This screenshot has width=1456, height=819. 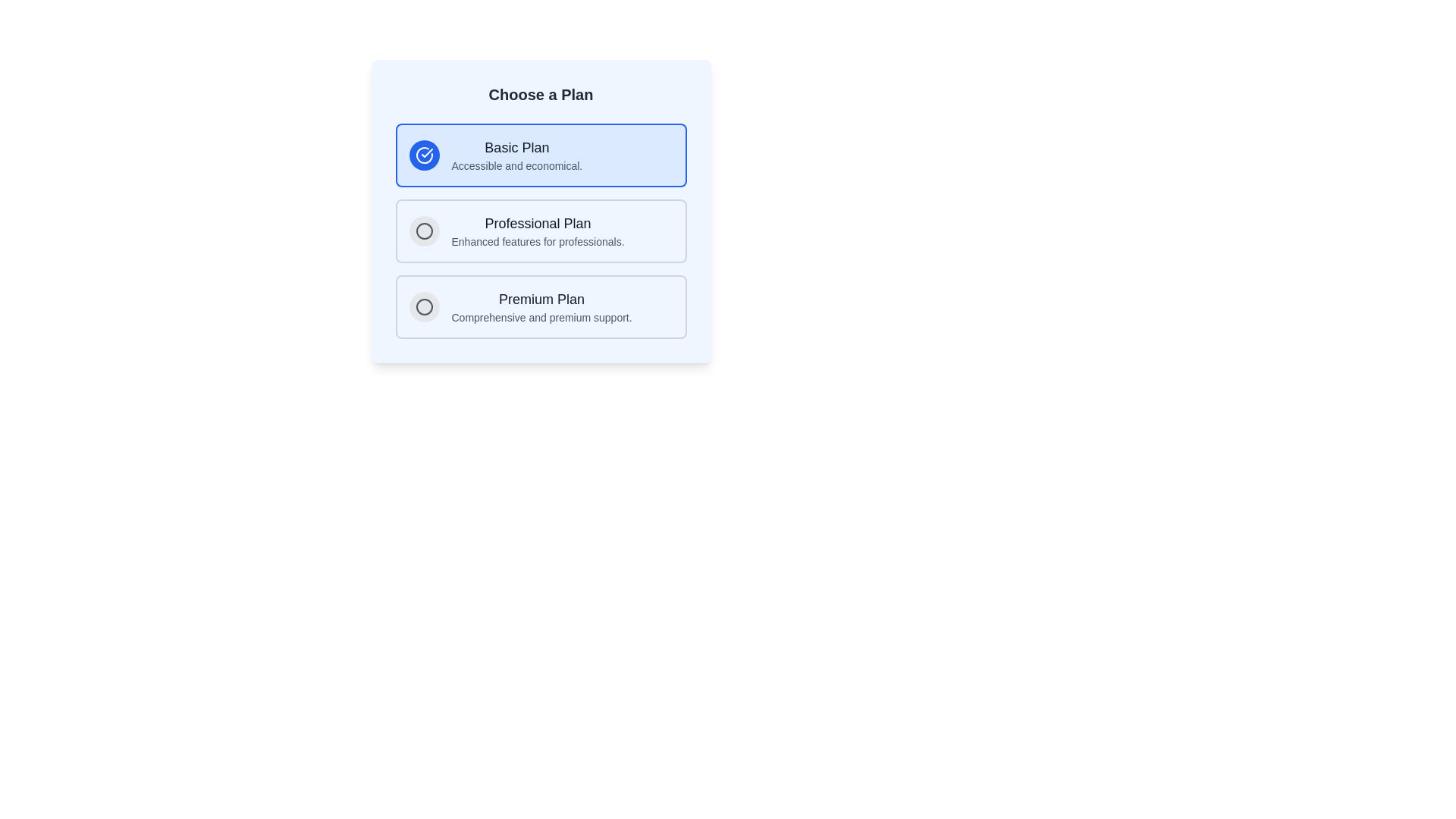 I want to click on label displaying 'Premium Plan' which is in bold dark gray text, located above the description 'Comprehensive and premium support' in the bottommost plan option of a vertical list, so click(x=541, y=299).